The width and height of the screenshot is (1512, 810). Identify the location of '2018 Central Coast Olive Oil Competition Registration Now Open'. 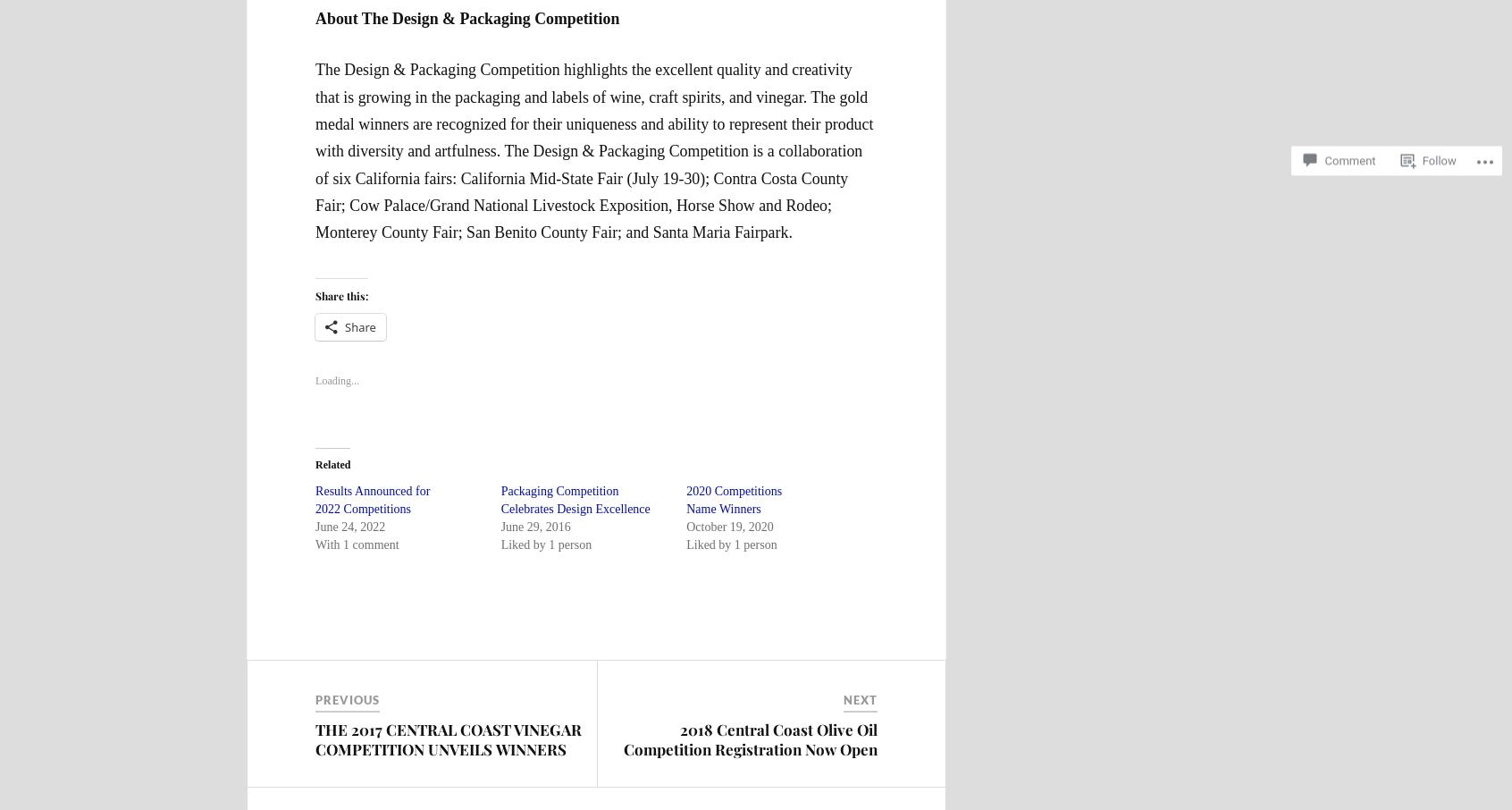
(751, 738).